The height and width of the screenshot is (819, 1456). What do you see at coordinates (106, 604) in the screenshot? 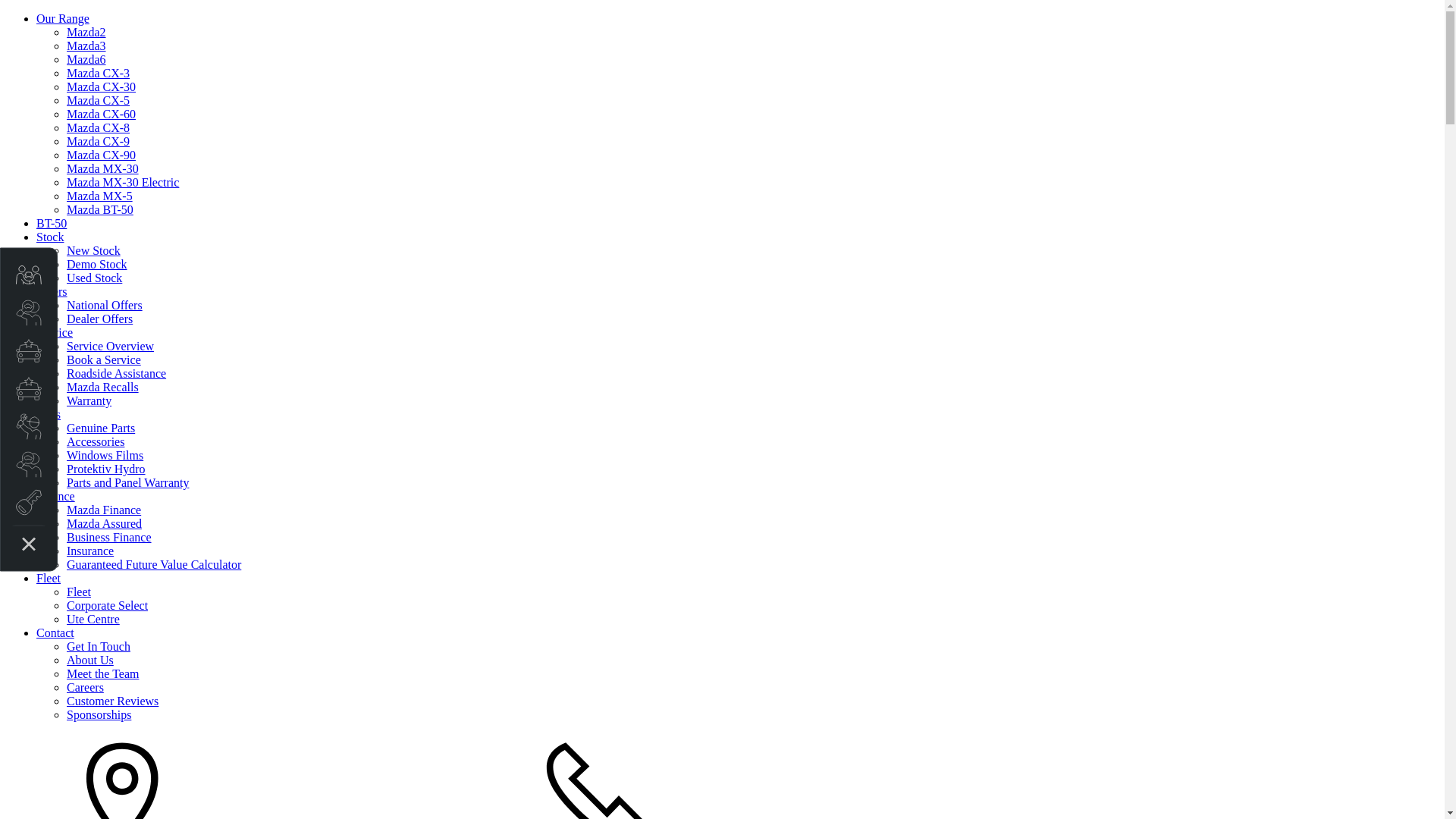
I see `'Corporate Select'` at bounding box center [106, 604].